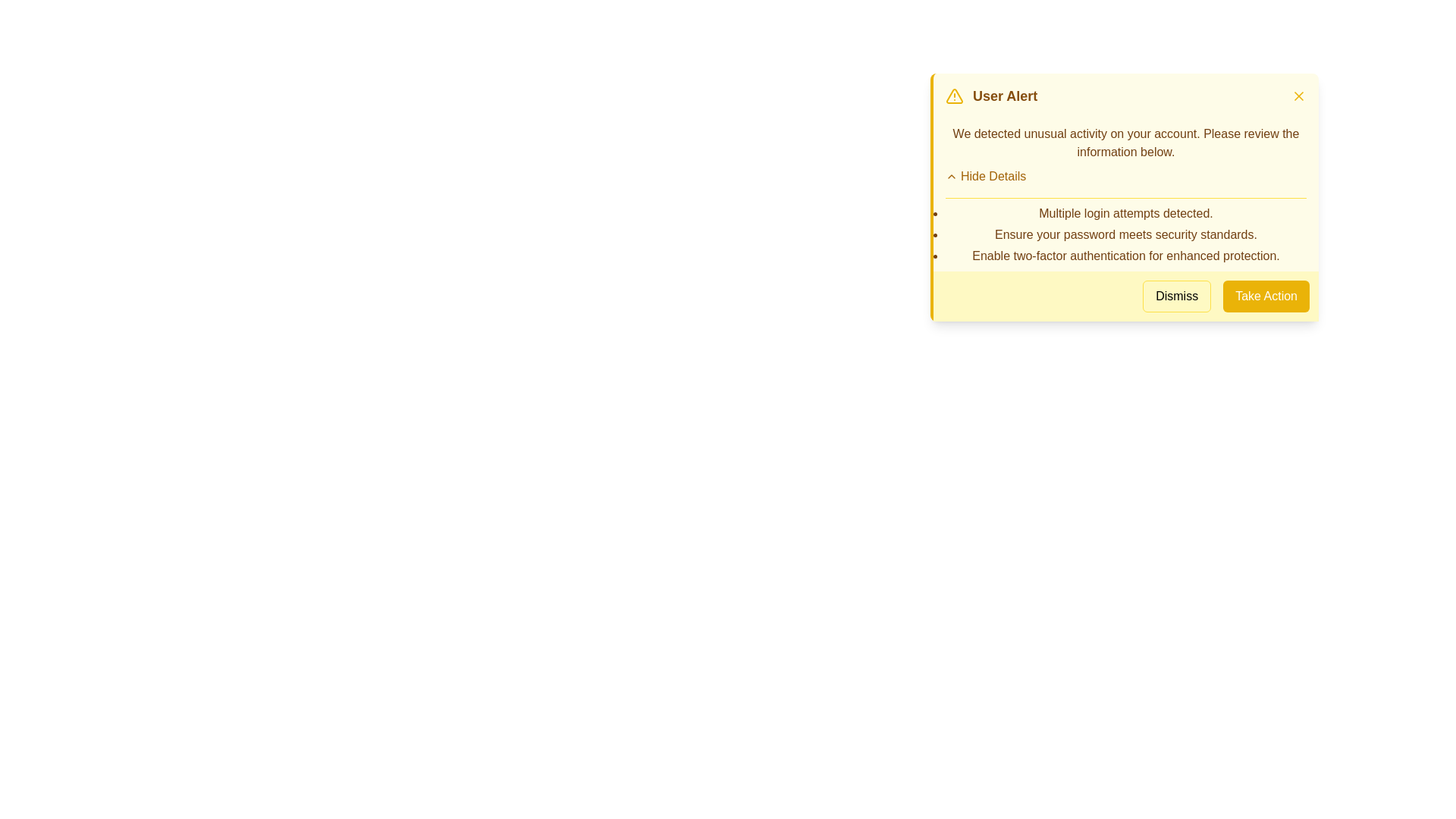  Describe the element at coordinates (953, 96) in the screenshot. I see `the triangular warning icon, which is yellow and located at the top-left corner of the alert dialog, preceding the heading text 'User Alert'` at that location.